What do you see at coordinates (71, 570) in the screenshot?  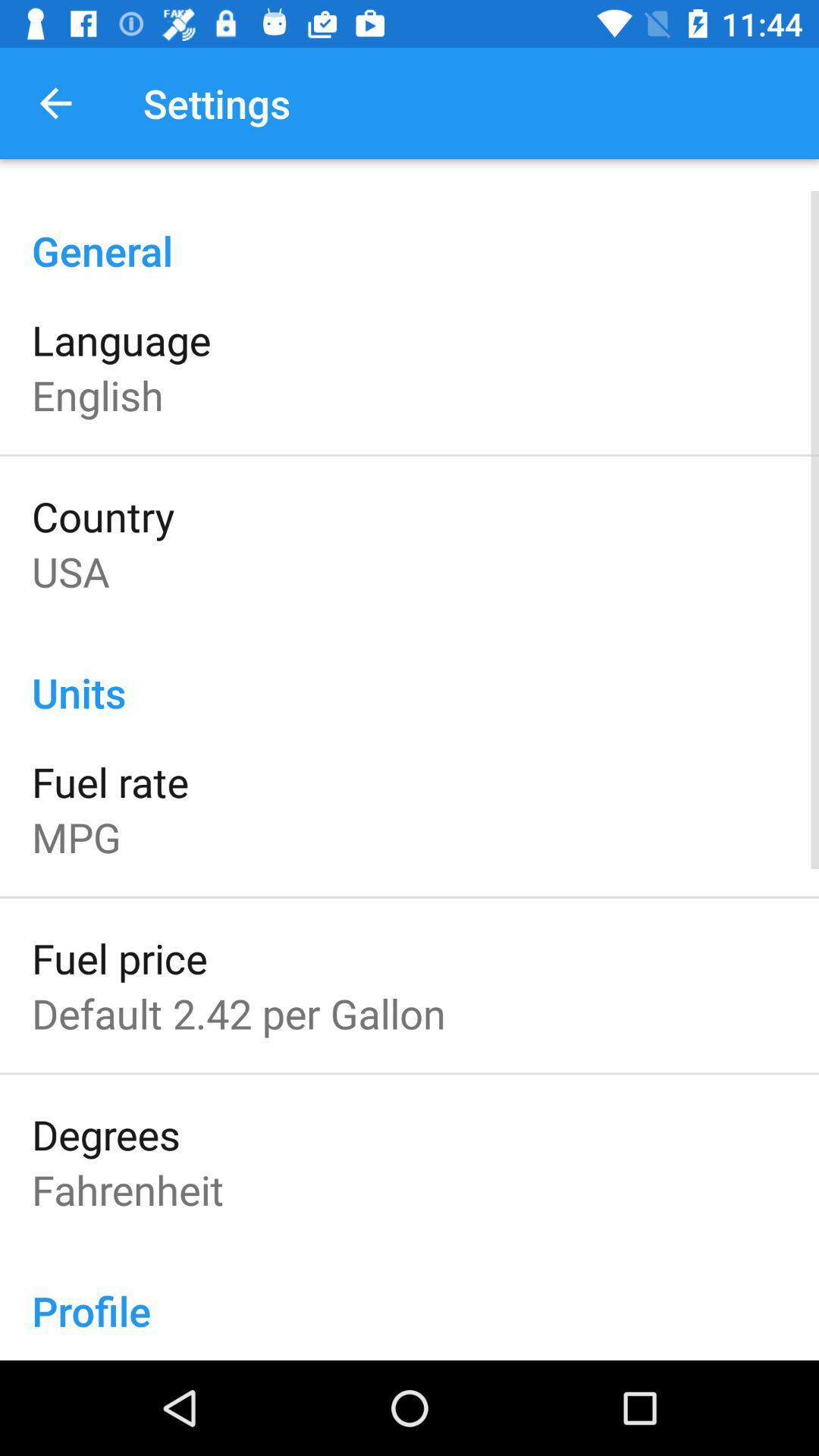 I see `icon below the country icon` at bounding box center [71, 570].